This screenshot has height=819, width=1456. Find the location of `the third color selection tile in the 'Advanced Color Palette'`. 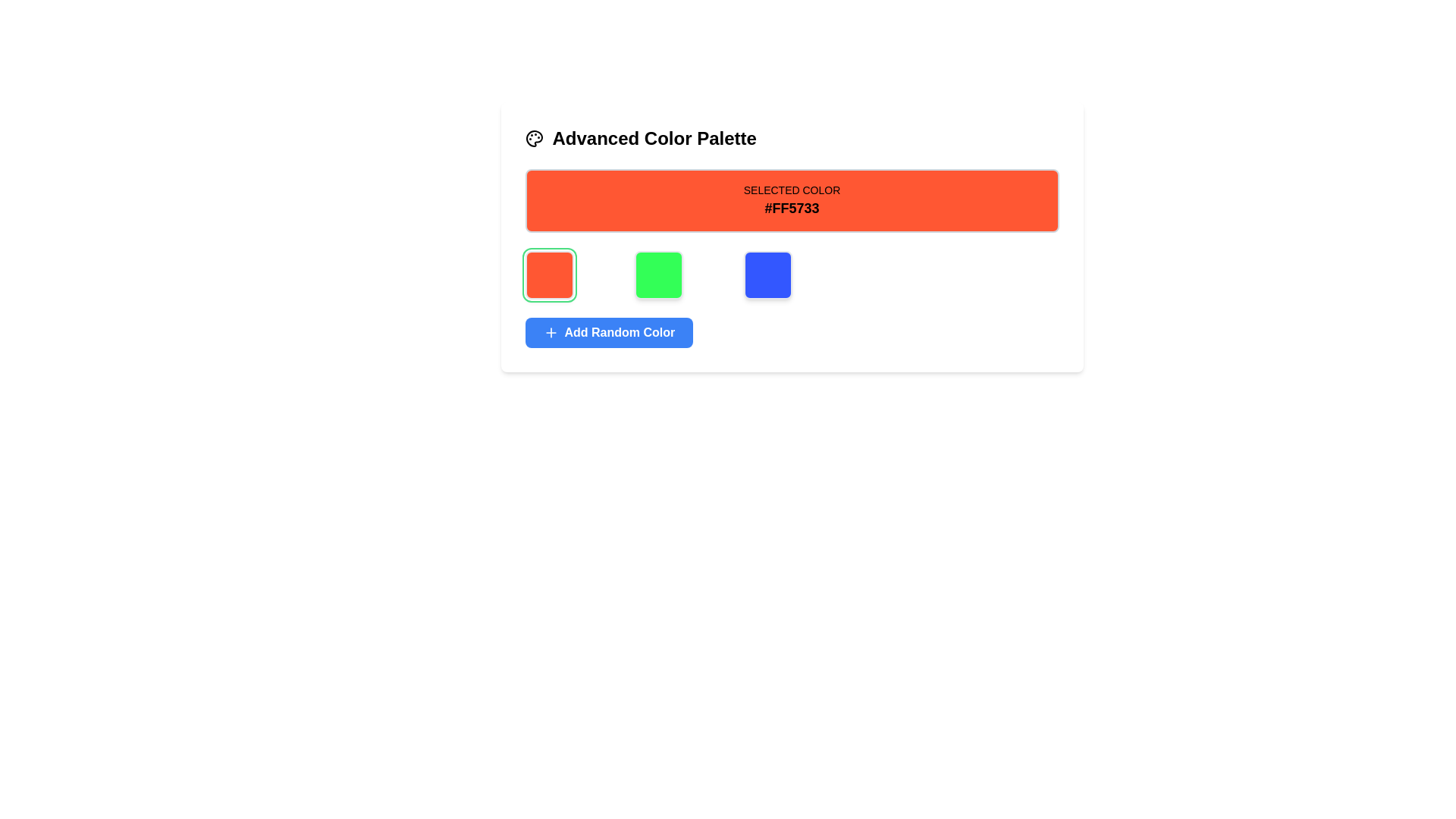

the third color selection tile in the 'Advanced Color Palette' is located at coordinates (791, 275).